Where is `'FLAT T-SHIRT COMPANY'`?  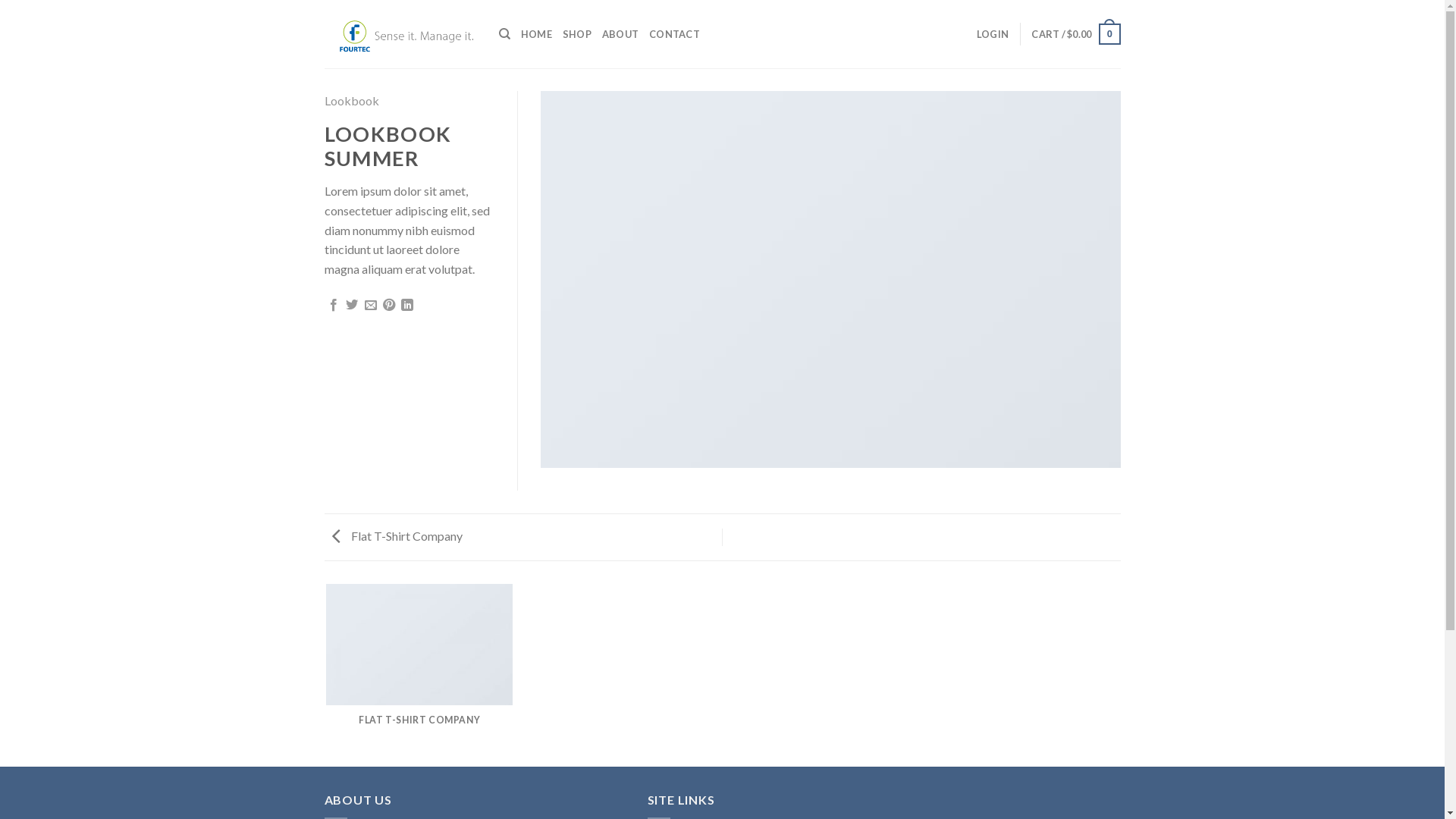 'FLAT T-SHIRT COMPANY' is located at coordinates (419, 667).